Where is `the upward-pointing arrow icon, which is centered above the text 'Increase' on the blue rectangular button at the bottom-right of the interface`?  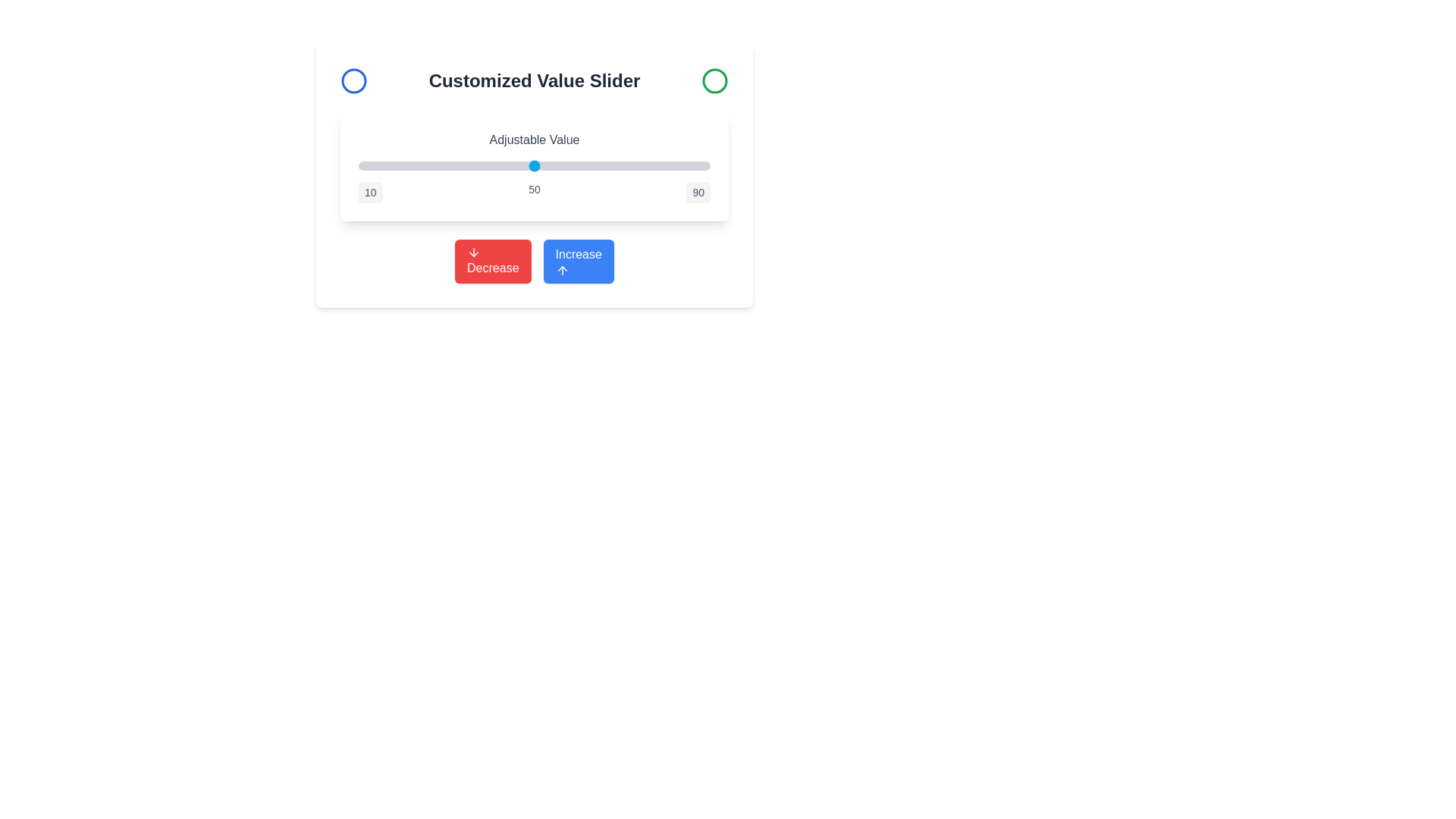
the upward-pointing arrow icon, which is centered above the text 'Increase' on the blue rectangular button at the bottom-right of the interface is located at coordinates (561, 270).